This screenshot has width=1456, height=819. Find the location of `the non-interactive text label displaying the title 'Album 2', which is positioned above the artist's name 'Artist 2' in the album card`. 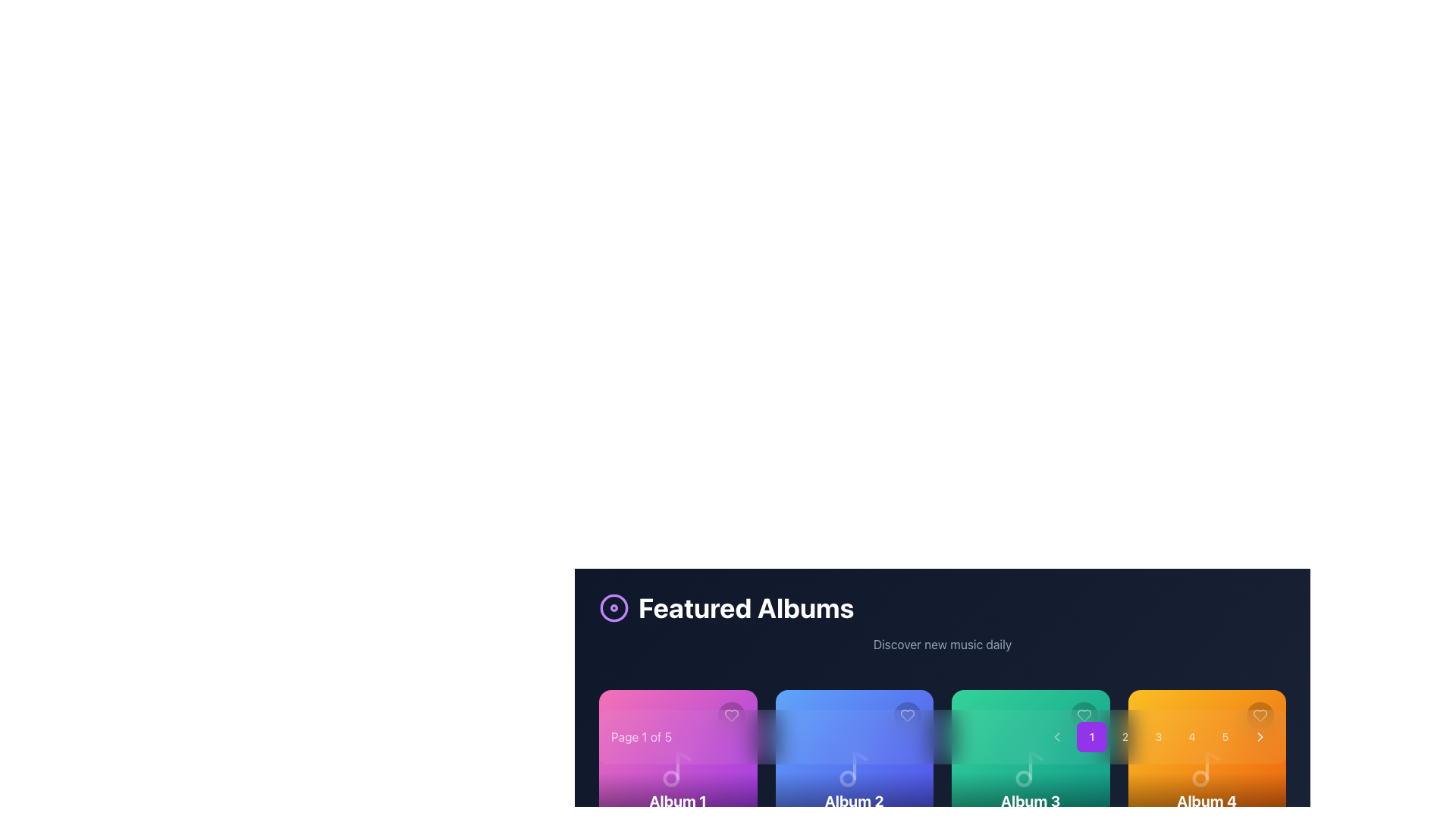

the non-interactive text label displaying the title 'Album 2', which is positioned above the artist's name 'Artist 2' in the album card is located at coordinates (854, 800).